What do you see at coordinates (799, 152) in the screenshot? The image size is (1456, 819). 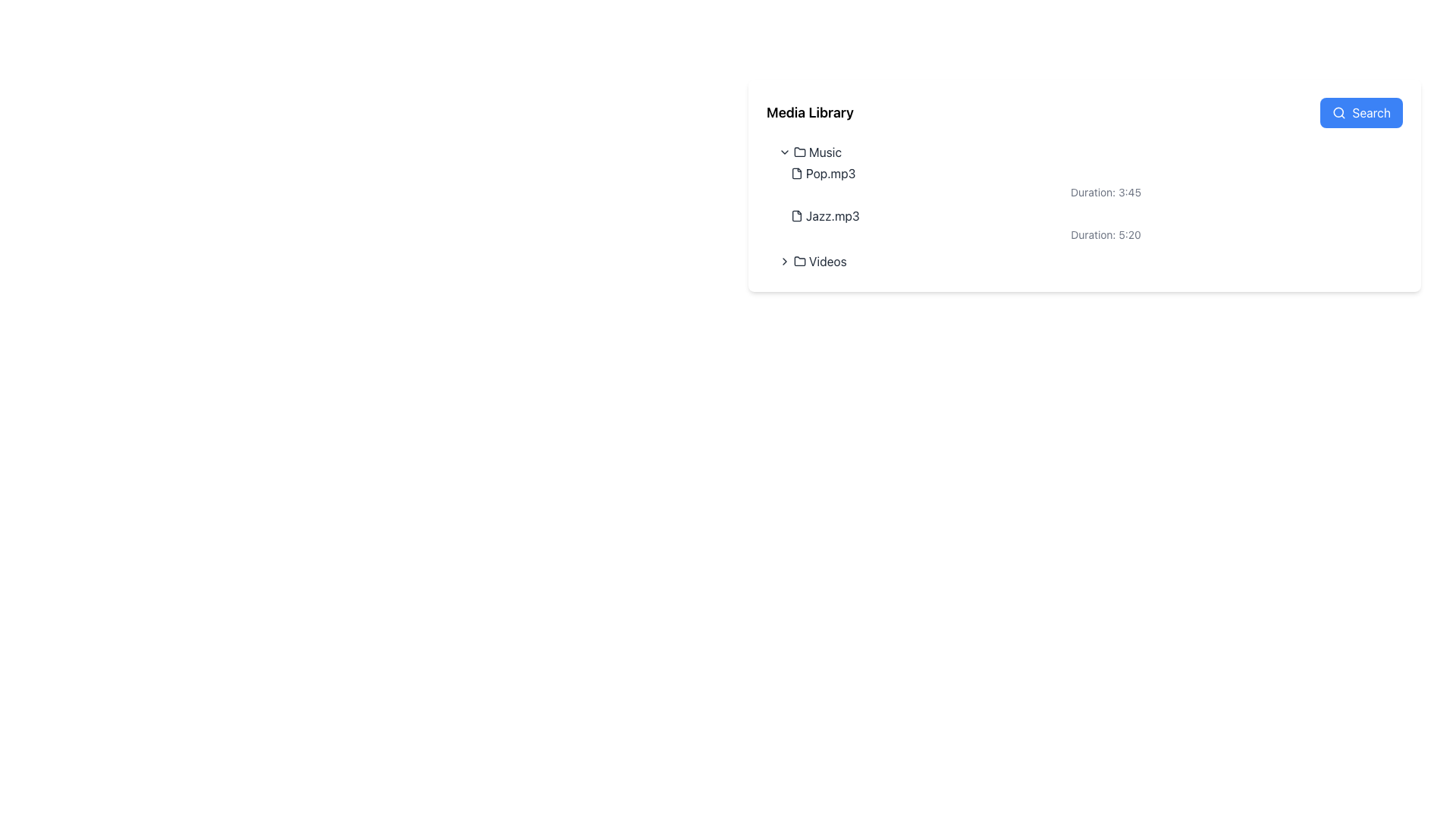 I see `the small folder icon located in the Media Library panel, adjacent to the 'Music' label` at bounding box center [799, 152].